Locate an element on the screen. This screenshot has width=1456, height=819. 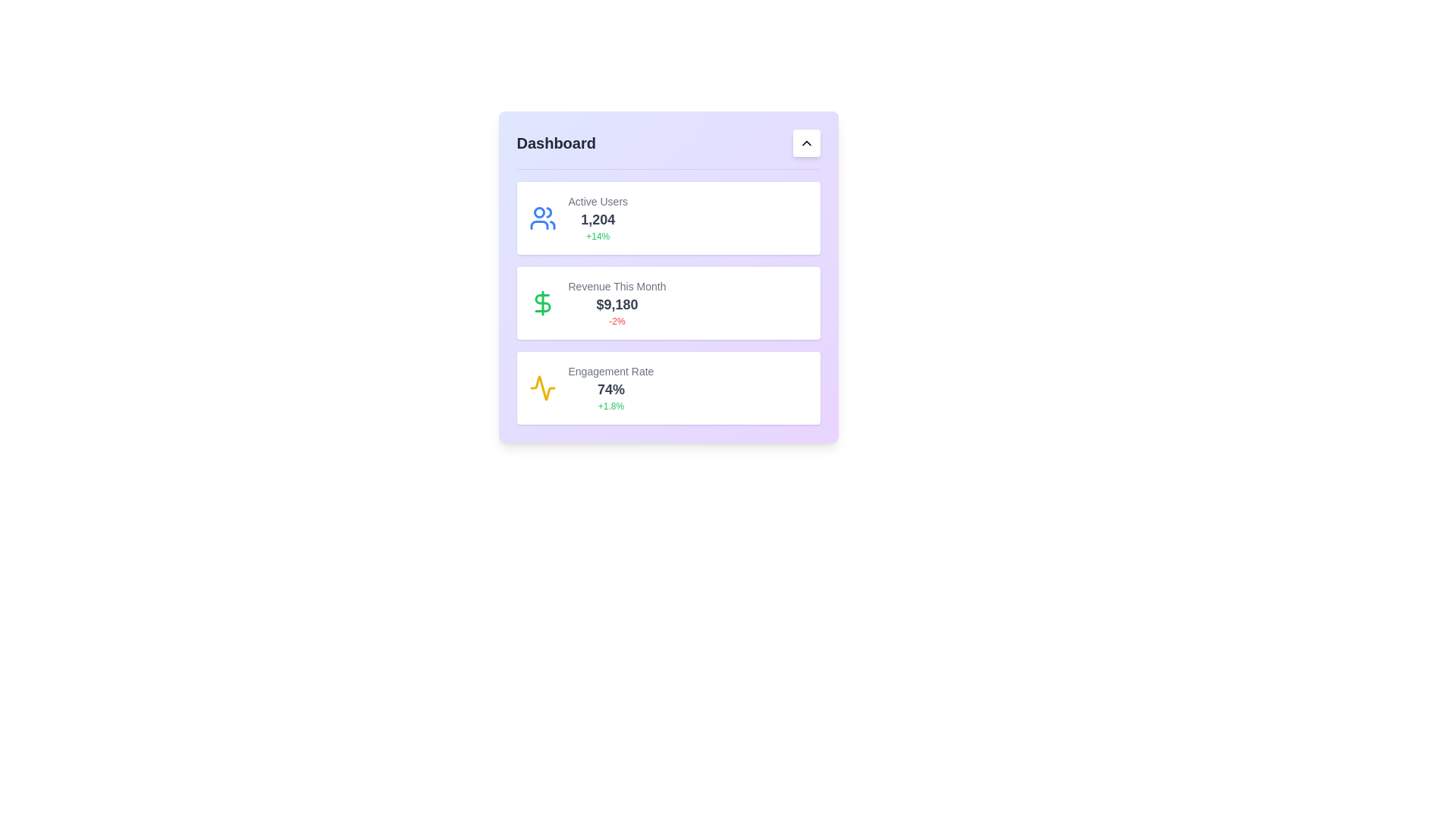
the static text label indicating the descriptive title for the financial metric displayed above the '$9,180' value in the second card of the dashboard is located at coordinates (617, 287).